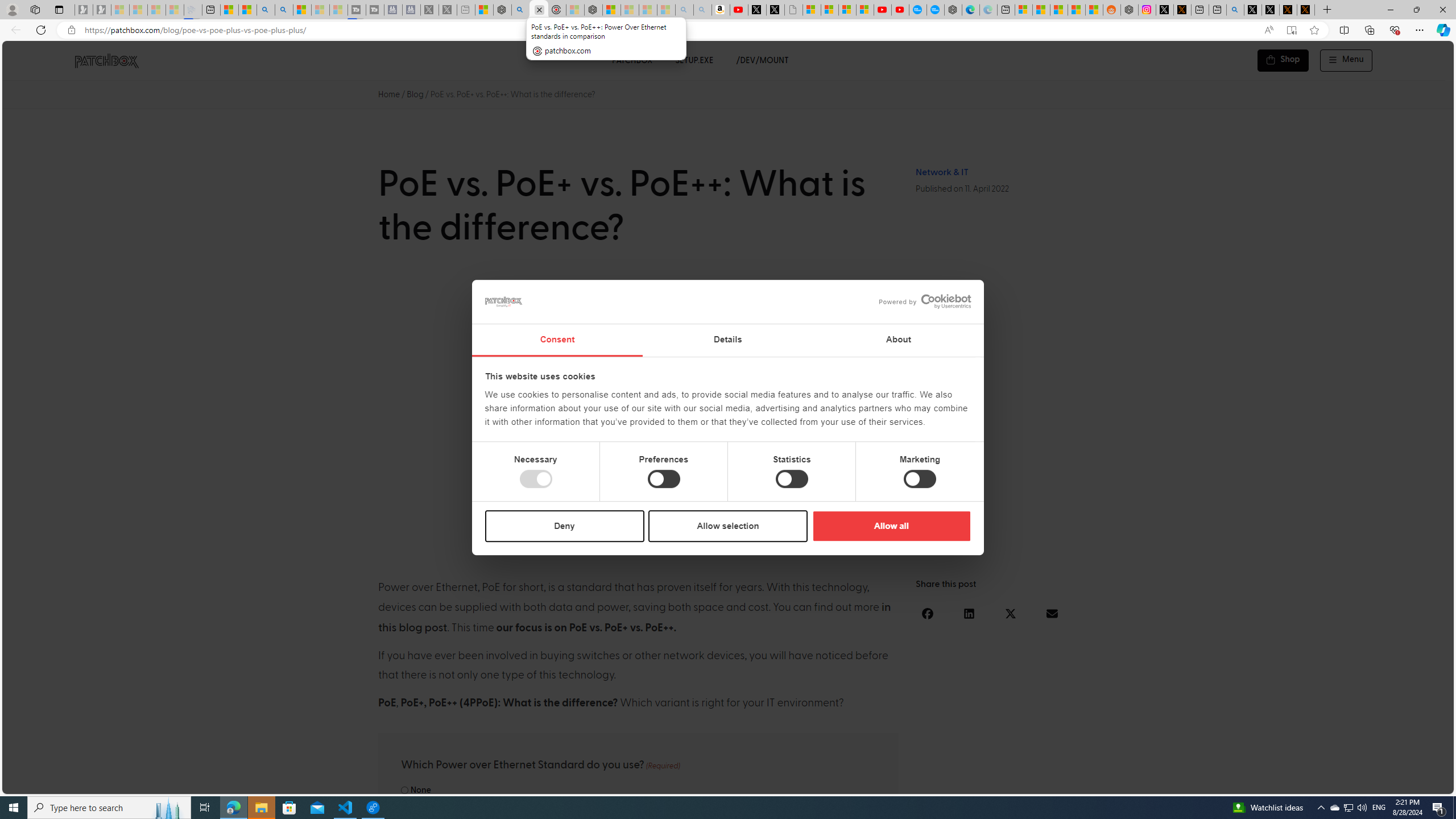 Image resolution: width=1456 pixels, height=819 pixels. What do you see at coordinates (1252, 9) in the screenshot?
I see `'Profile / X'` at bounding box center [1252, 9].